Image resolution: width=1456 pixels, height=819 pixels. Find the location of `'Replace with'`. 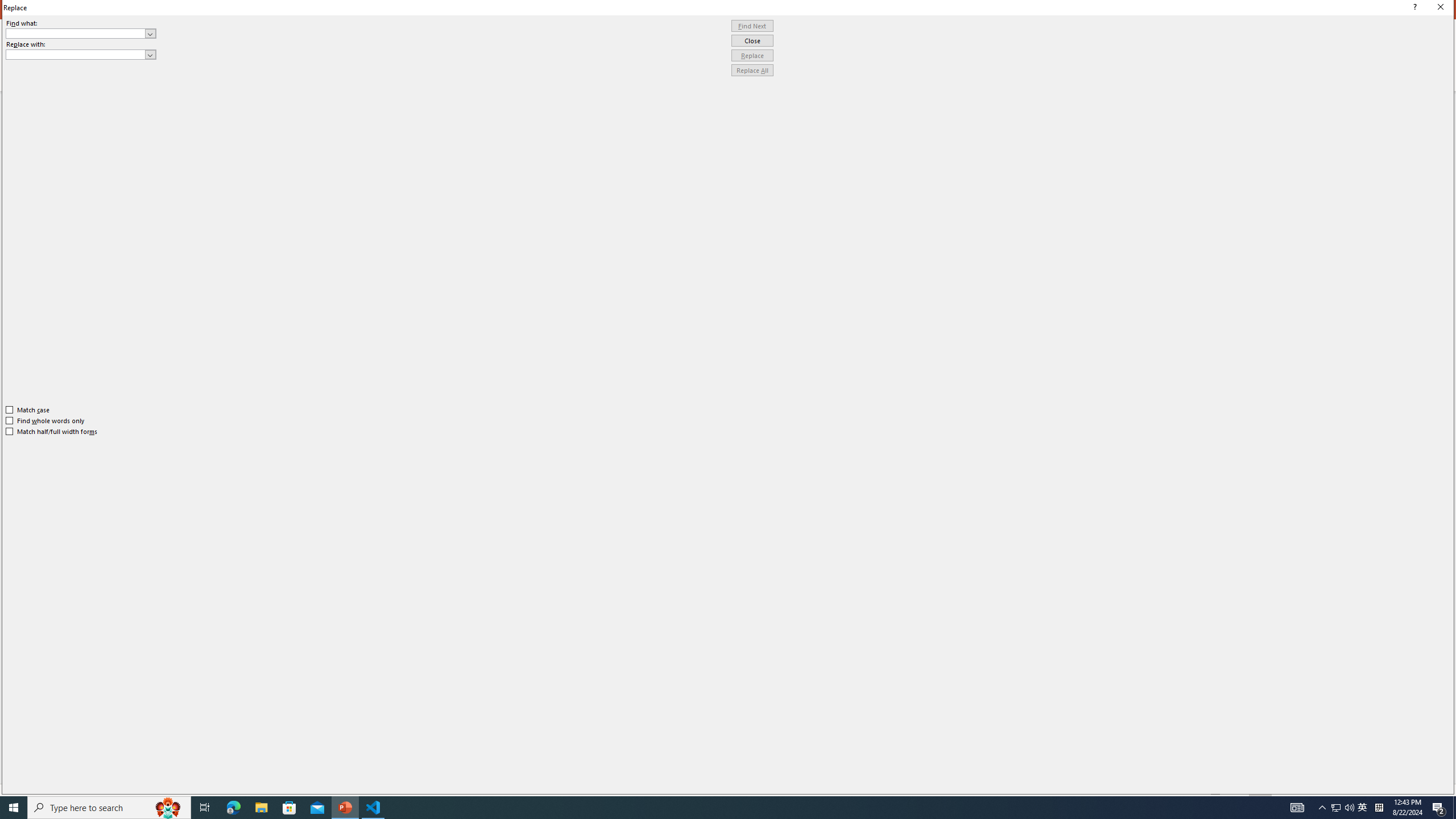

'Replace with' is located at coordinates (76, 54).